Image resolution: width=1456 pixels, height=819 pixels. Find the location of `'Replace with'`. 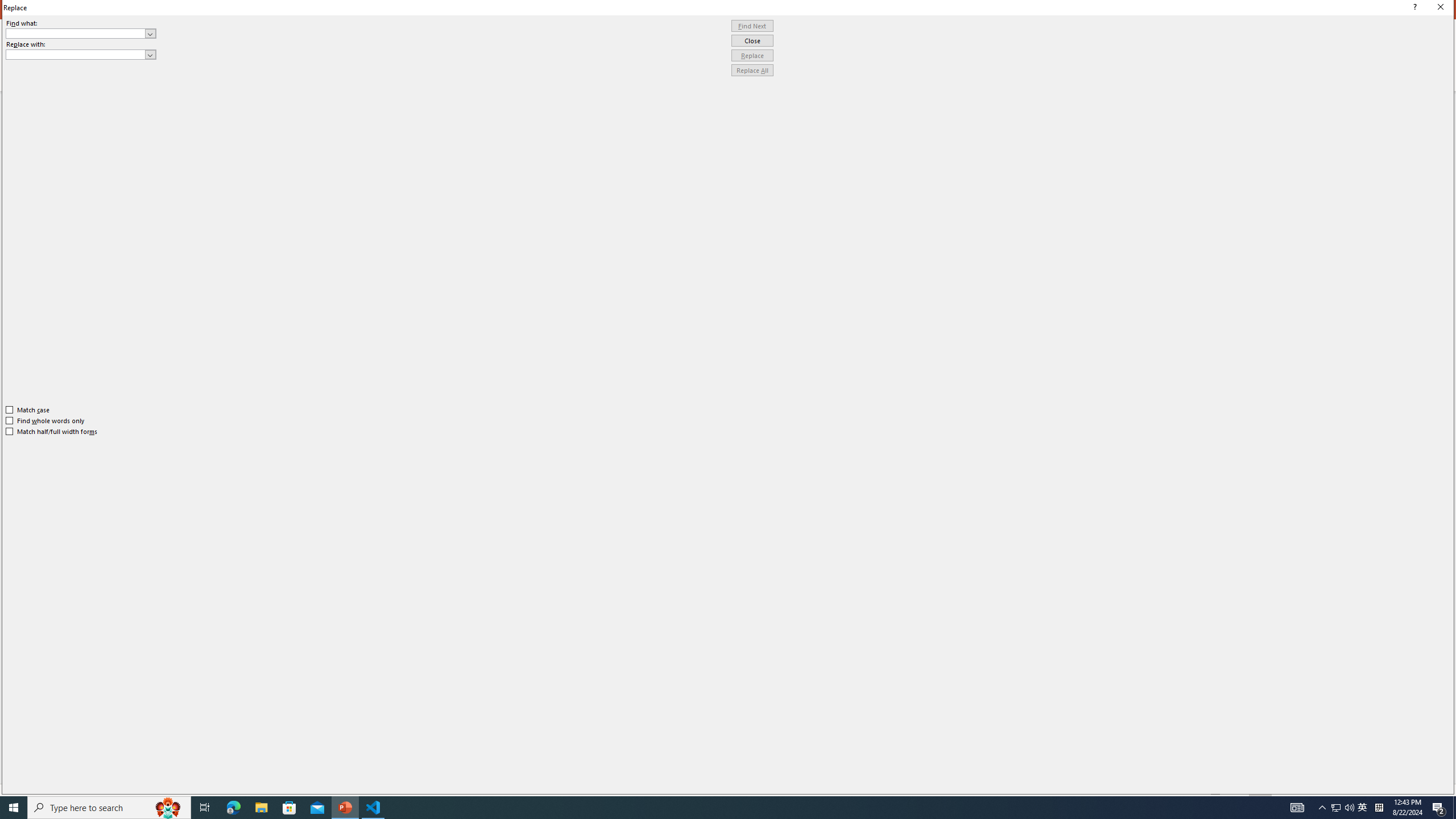

'Replace with' is located at coordinates (76, 54).